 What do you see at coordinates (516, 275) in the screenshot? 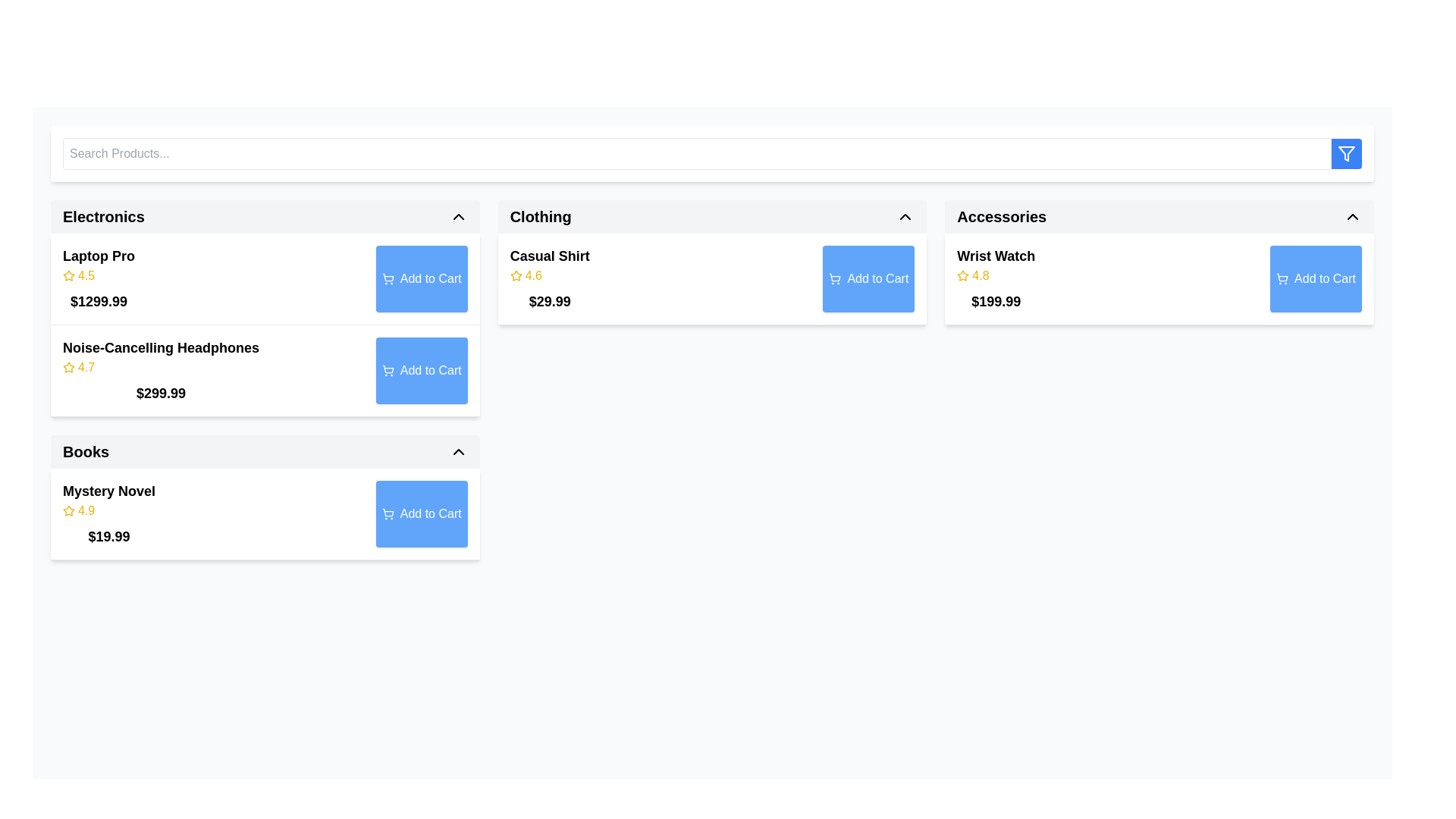
I see `small, yellow star-shaped icon with a stroke outline located next to the text '4.6' for the 'Casual Shirt' item` at bounding box center [516, 275].